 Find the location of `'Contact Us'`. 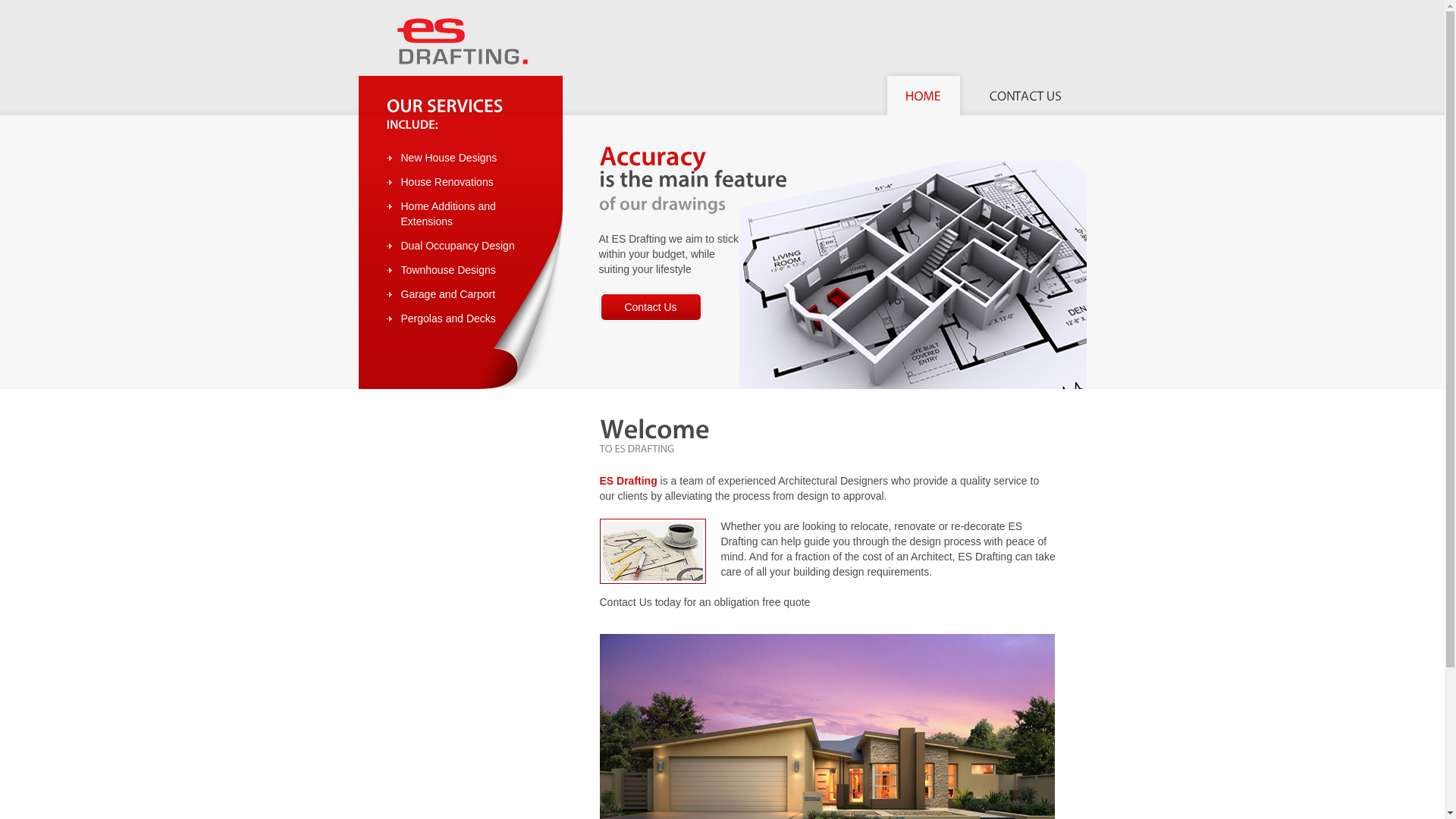

'Contact Us' is located at coordinates (651, 307).